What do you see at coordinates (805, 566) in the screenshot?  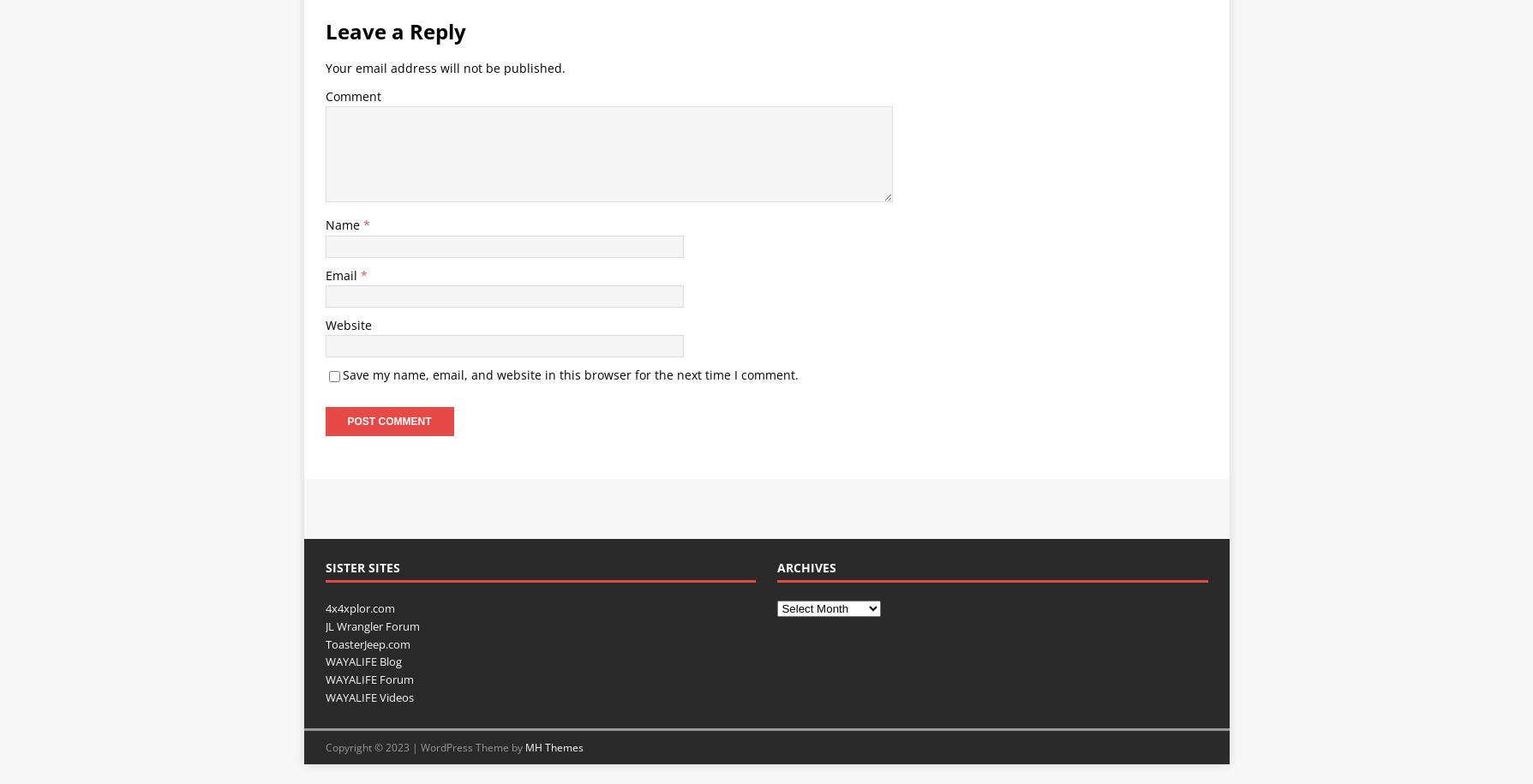 I see `'Archives'` at bounding box center [805, 566].